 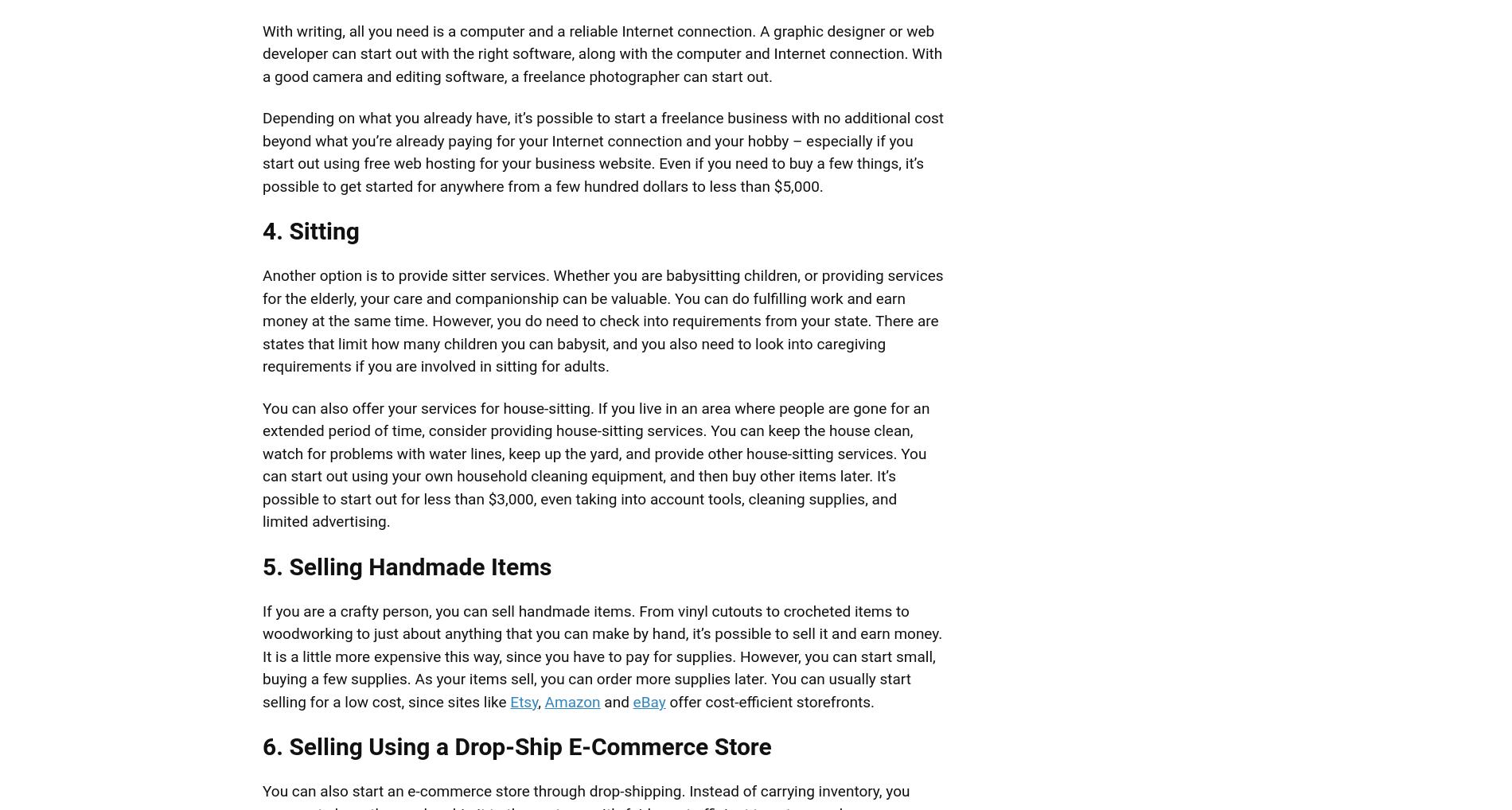 What do you see at coordinates (310, 231) in the screenshot?
I see `'4. Sitting'` at bounding box center [310, 231].